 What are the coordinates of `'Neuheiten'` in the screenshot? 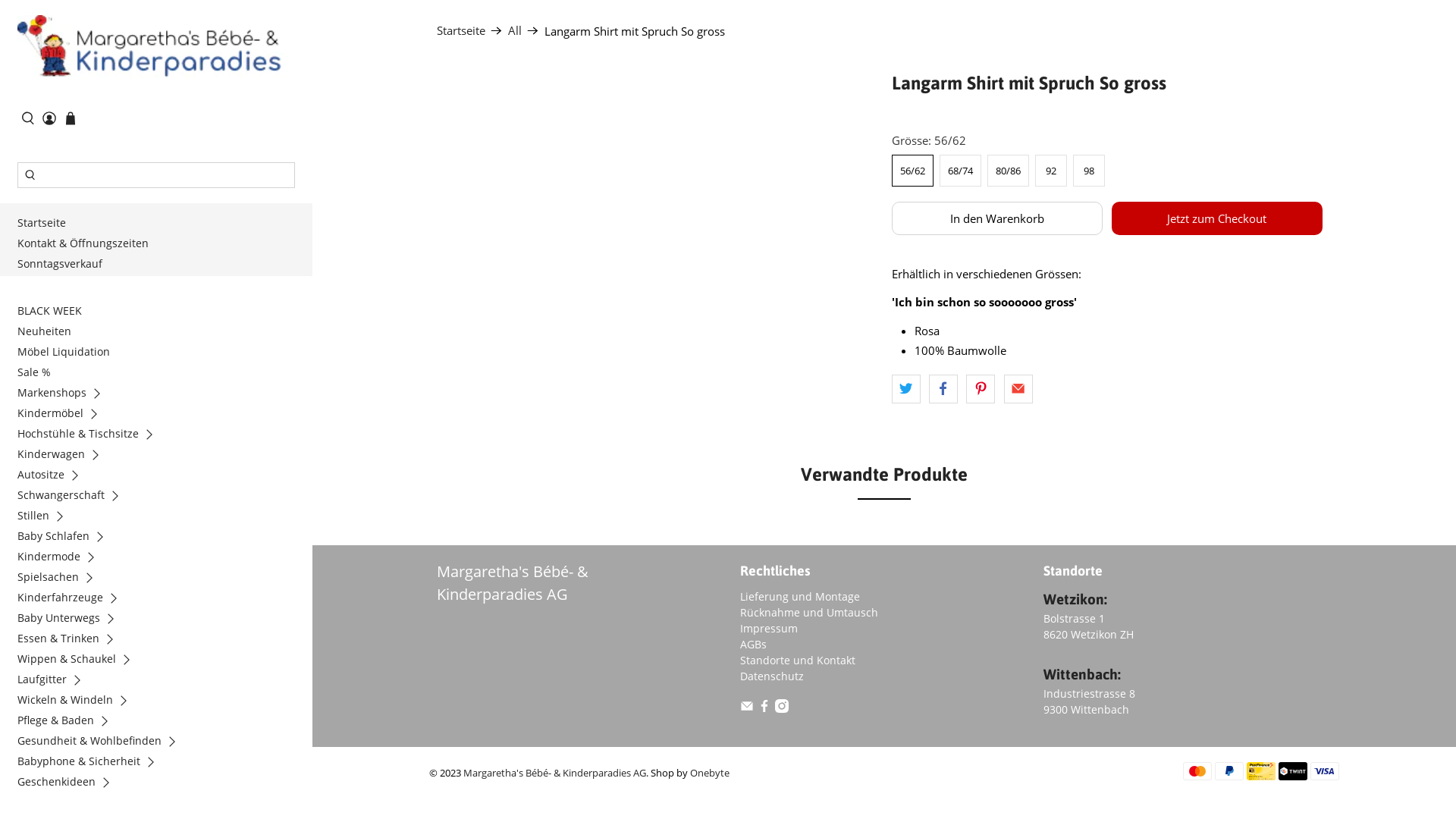 It's located at (47, 332).